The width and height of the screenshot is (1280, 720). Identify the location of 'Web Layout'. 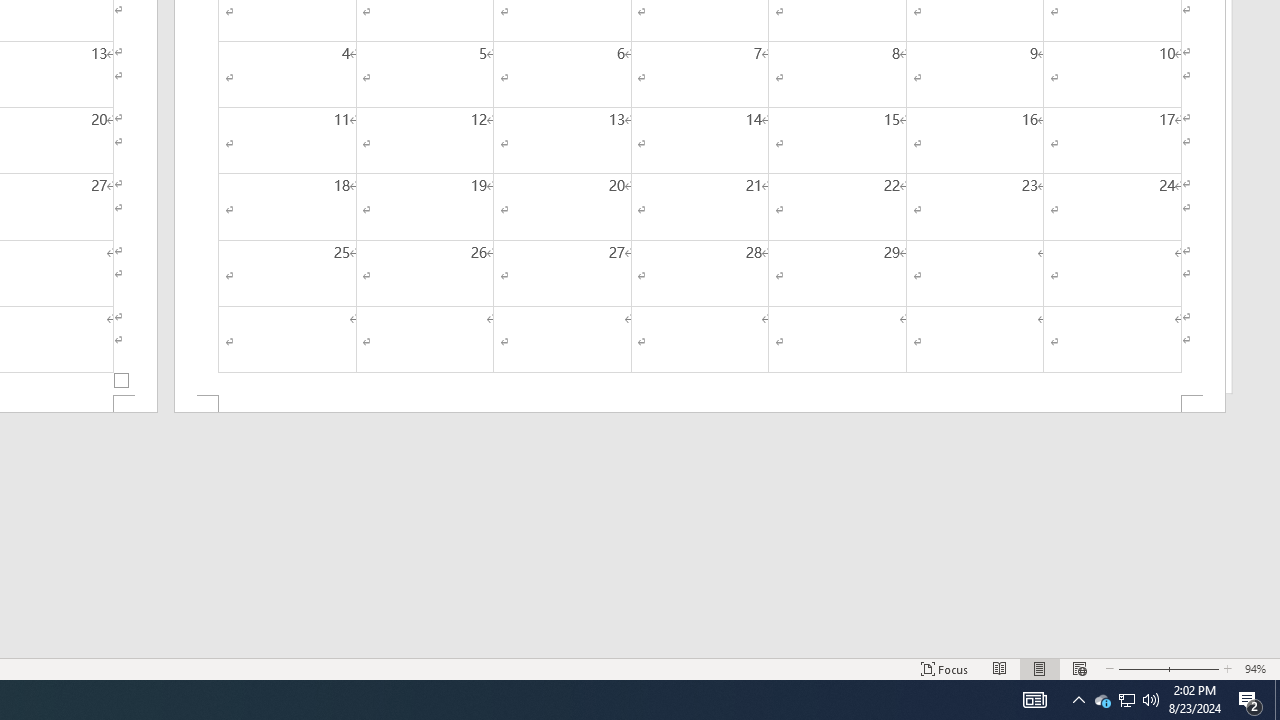
(1078, 669).